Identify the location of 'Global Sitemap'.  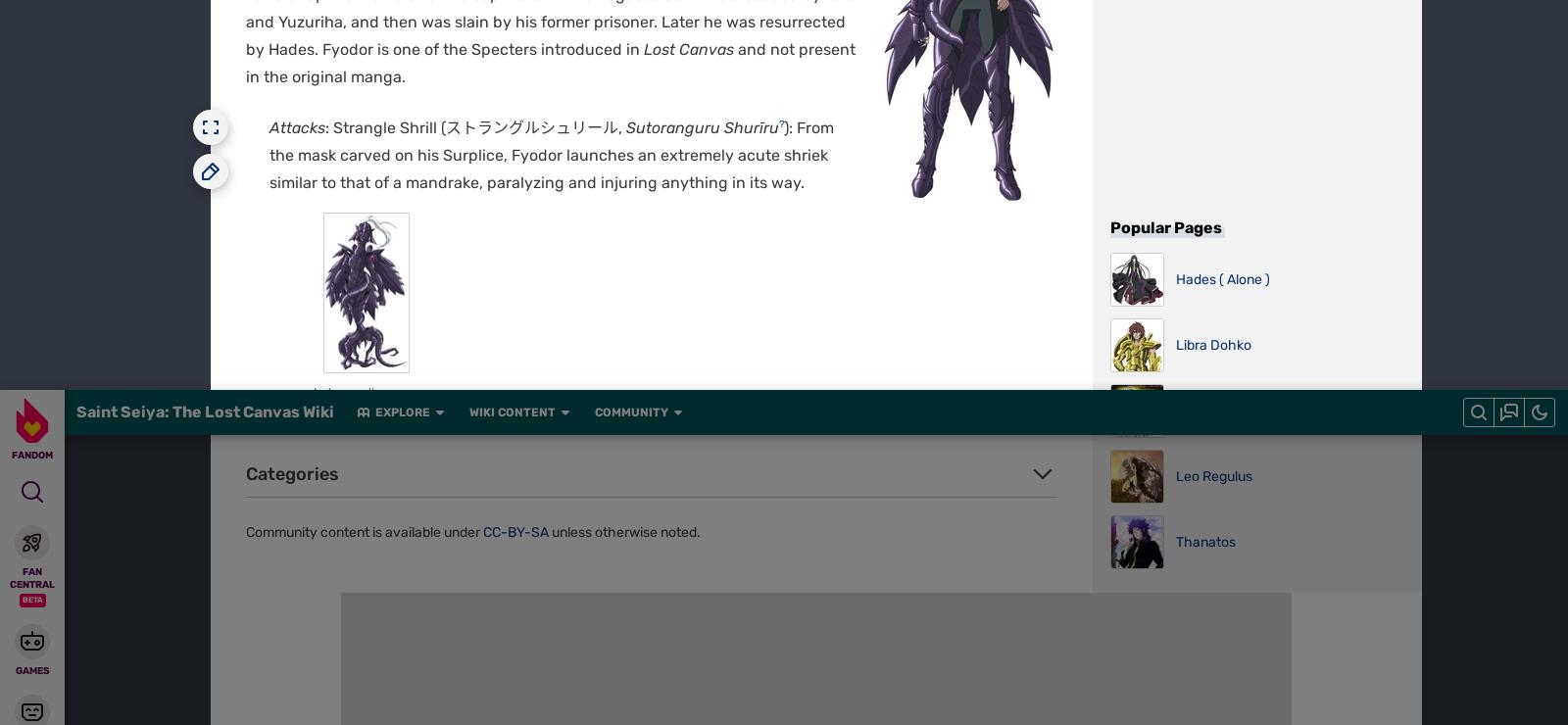
(627, 149).